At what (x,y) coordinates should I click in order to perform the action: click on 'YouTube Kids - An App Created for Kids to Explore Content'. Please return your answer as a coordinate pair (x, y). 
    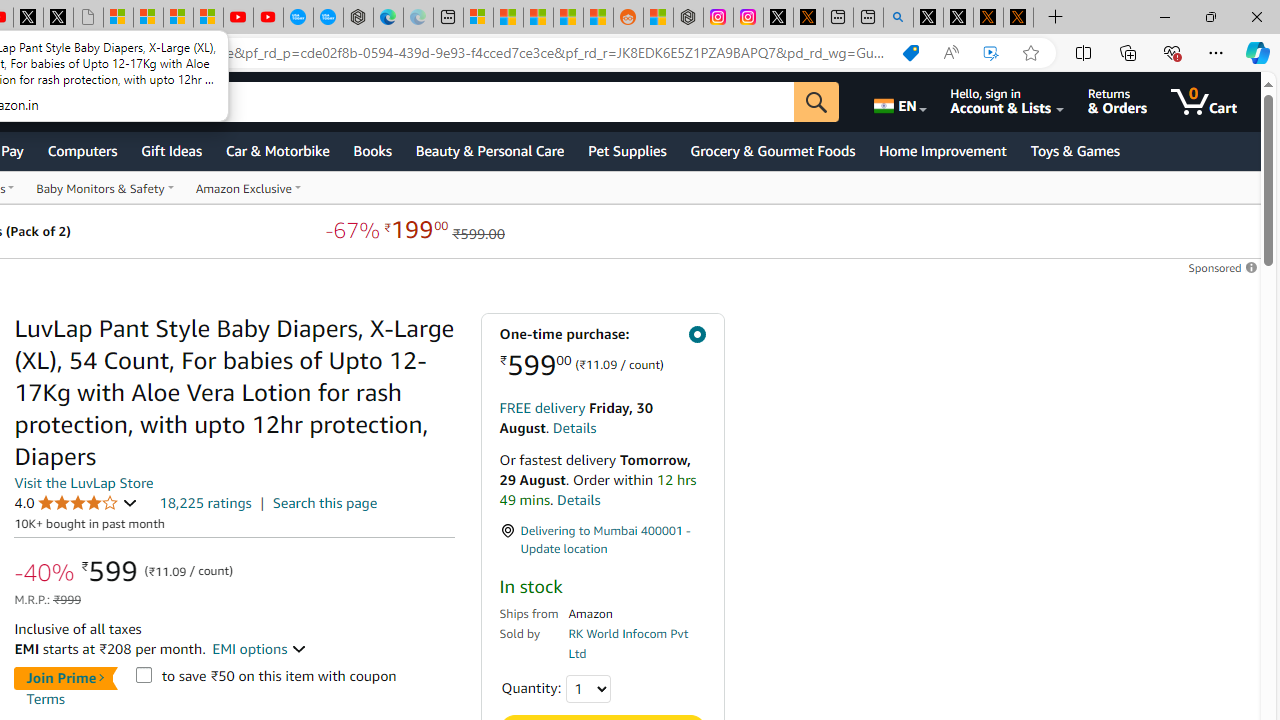
    Looking at the image, I should click on (267, 17).